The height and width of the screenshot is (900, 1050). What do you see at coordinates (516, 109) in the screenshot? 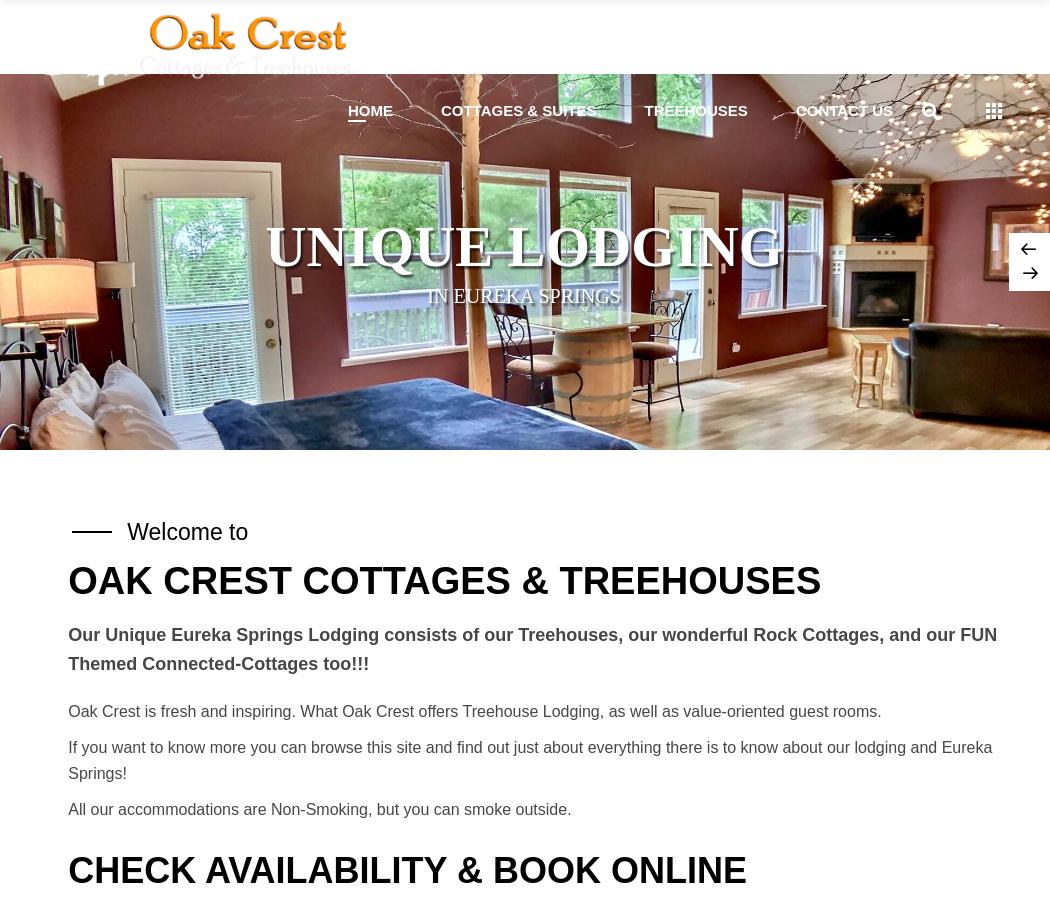
I see `'Cottages & Suites'` at bounding box center [516, 109].